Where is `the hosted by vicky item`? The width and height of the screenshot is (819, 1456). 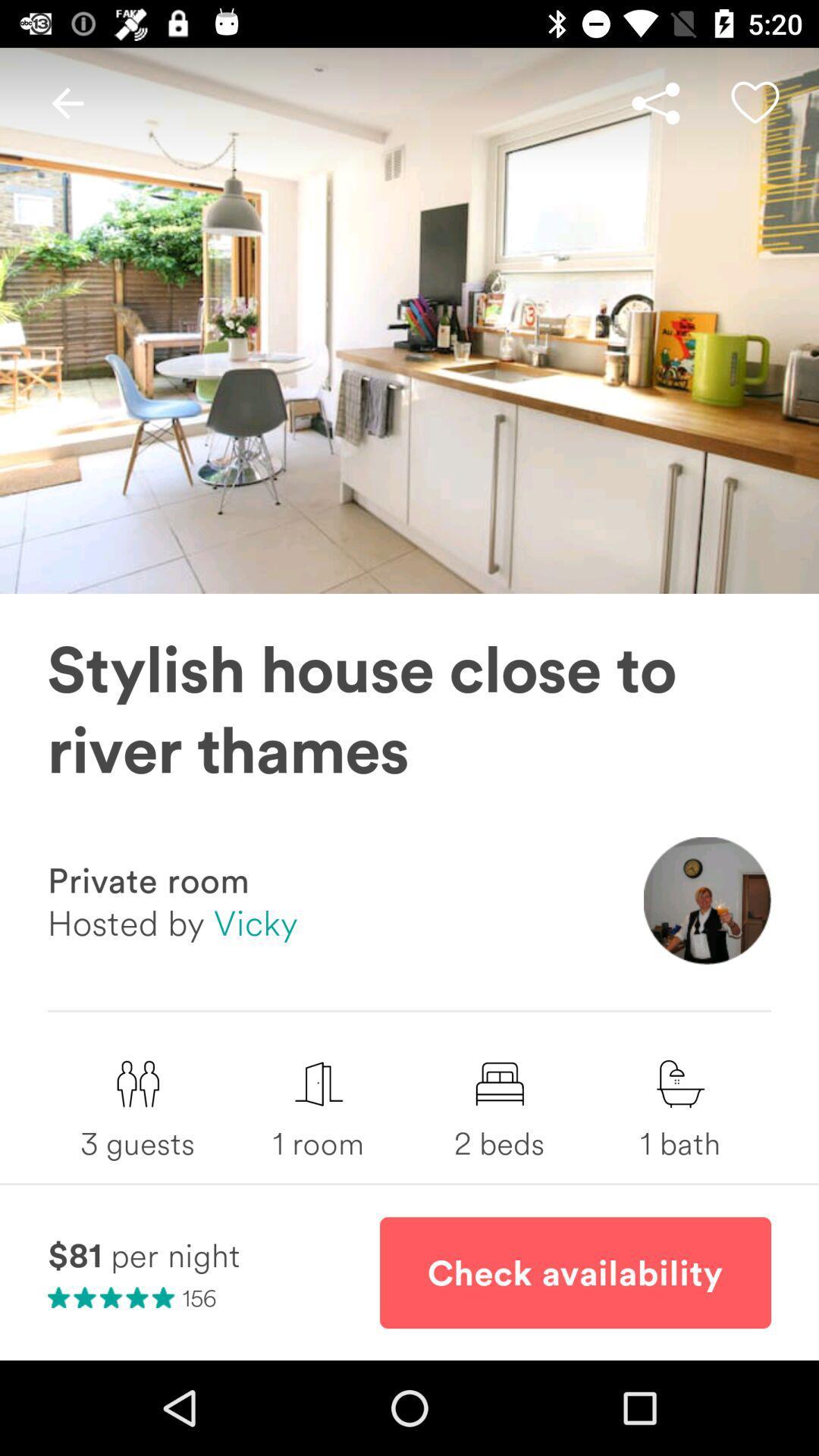 the hosted by vicky item is located at coordinates (171, 921).